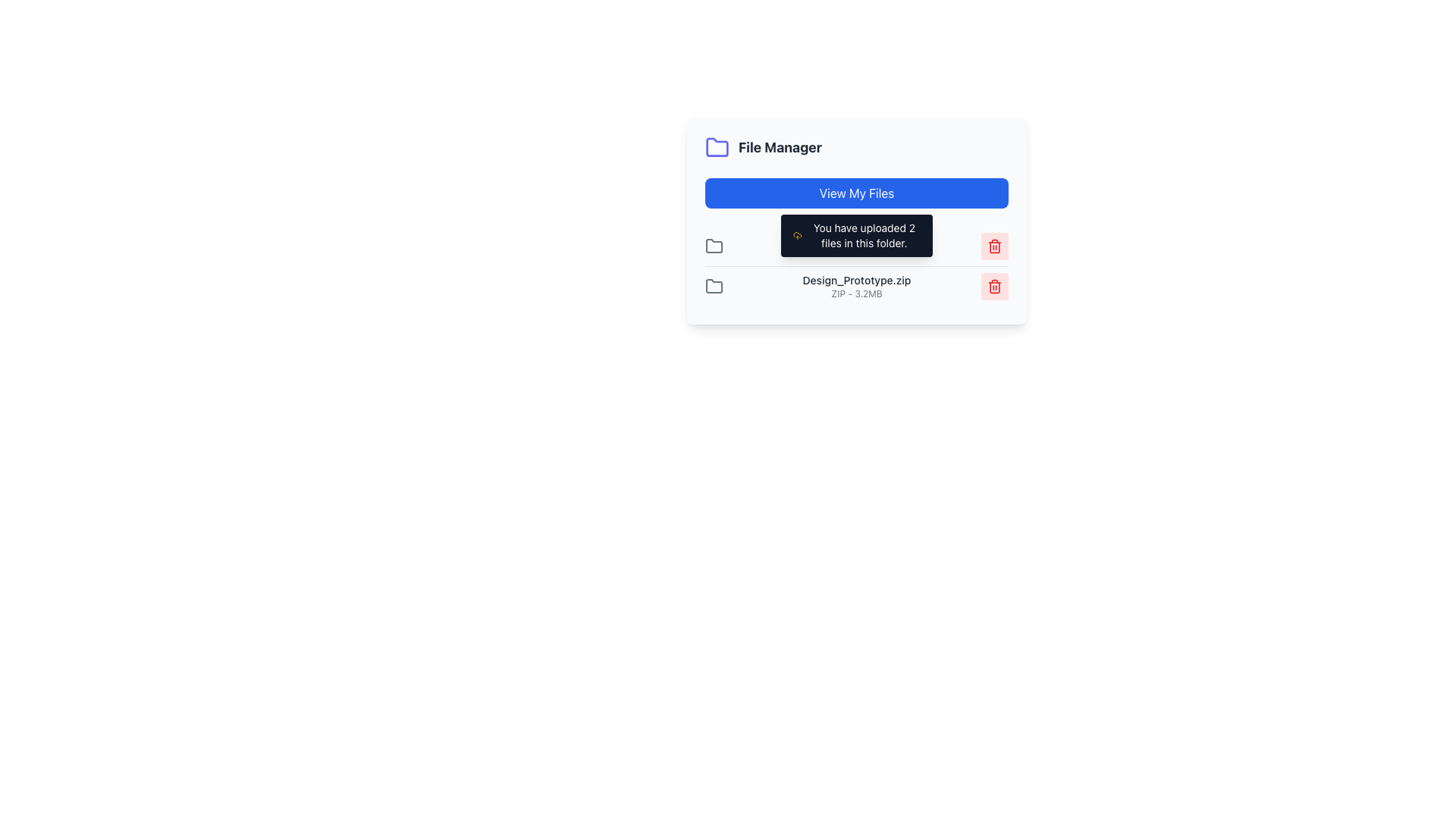 This screenshot has width=1456, height=819. I want to click on the Status Tooltip, which is a tooltip-like message box with a dark gray background displaying the message 'You have uploaded 2 files in this folder.' and a small yellow cloud icon to the left of the text, so click(856, 236).